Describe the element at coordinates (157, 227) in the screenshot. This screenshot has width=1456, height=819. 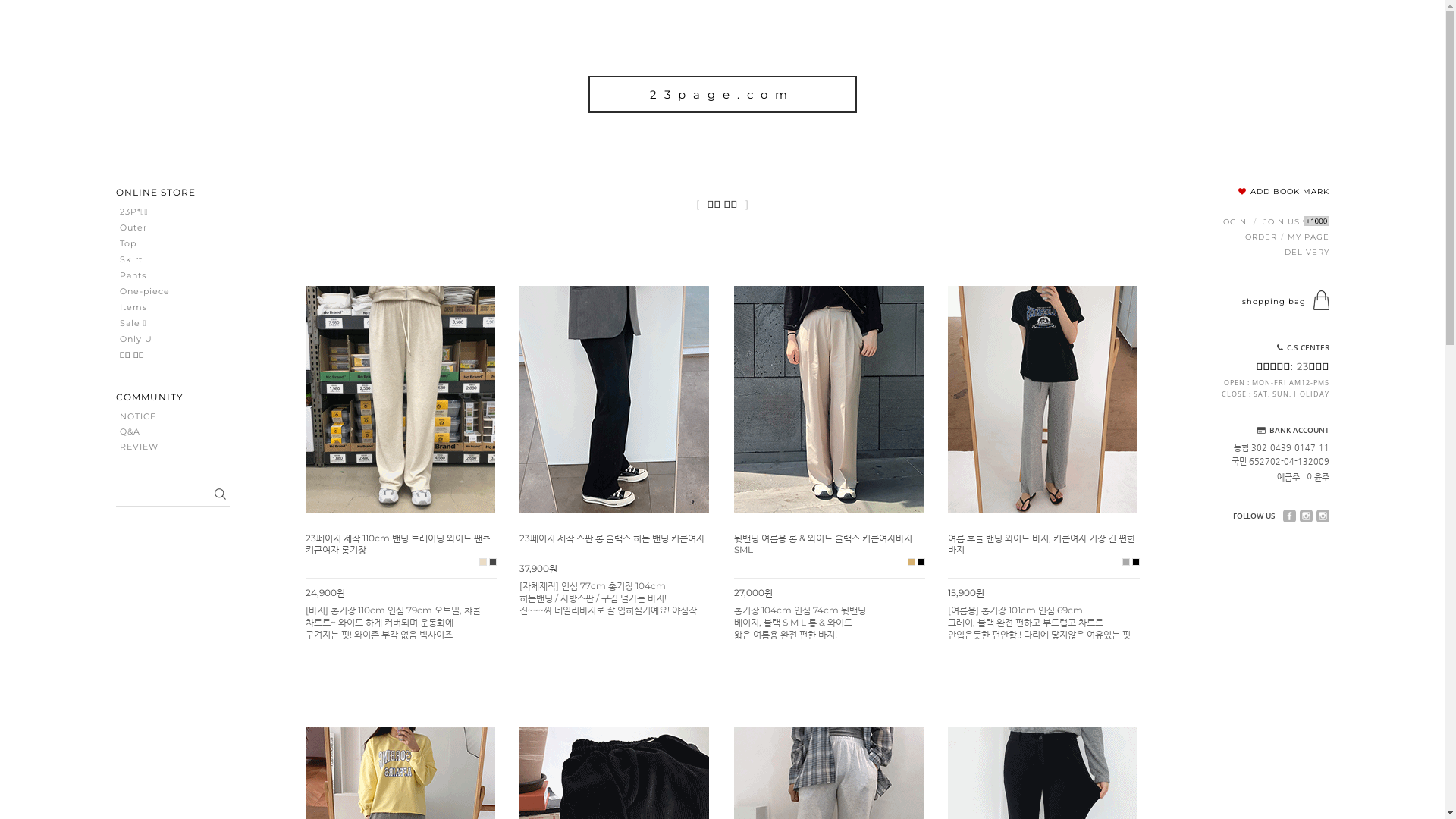
I see `'Outer'` at that location.